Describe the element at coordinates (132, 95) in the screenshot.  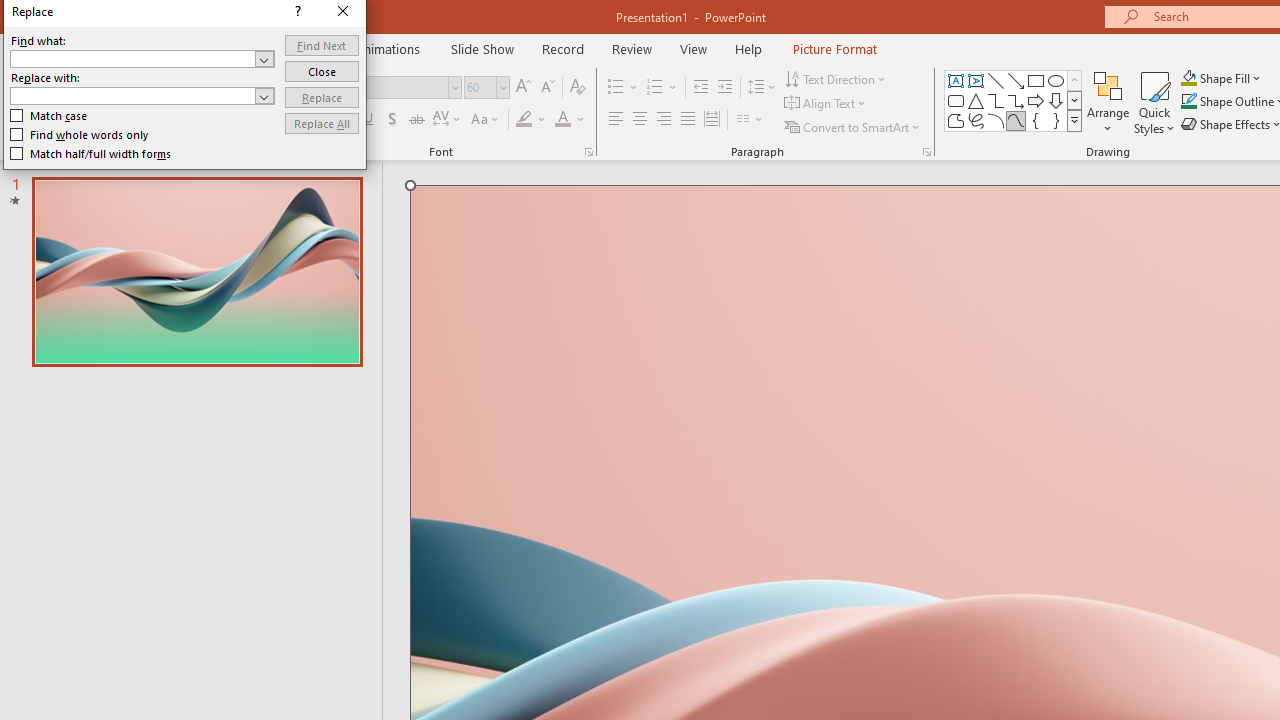
I see `'Replace with'` at that location.